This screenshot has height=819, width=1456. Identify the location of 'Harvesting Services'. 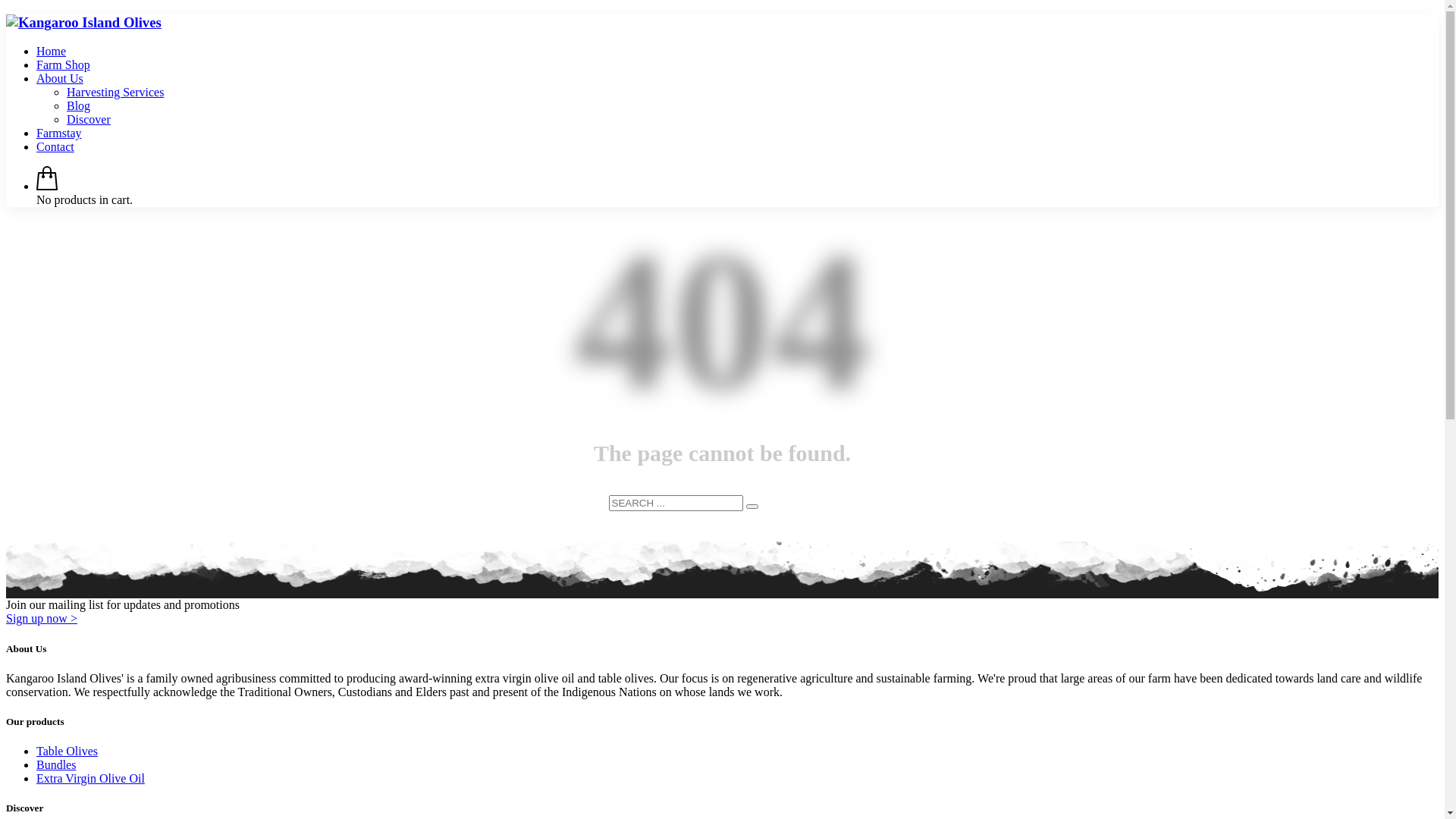
(115, 92).